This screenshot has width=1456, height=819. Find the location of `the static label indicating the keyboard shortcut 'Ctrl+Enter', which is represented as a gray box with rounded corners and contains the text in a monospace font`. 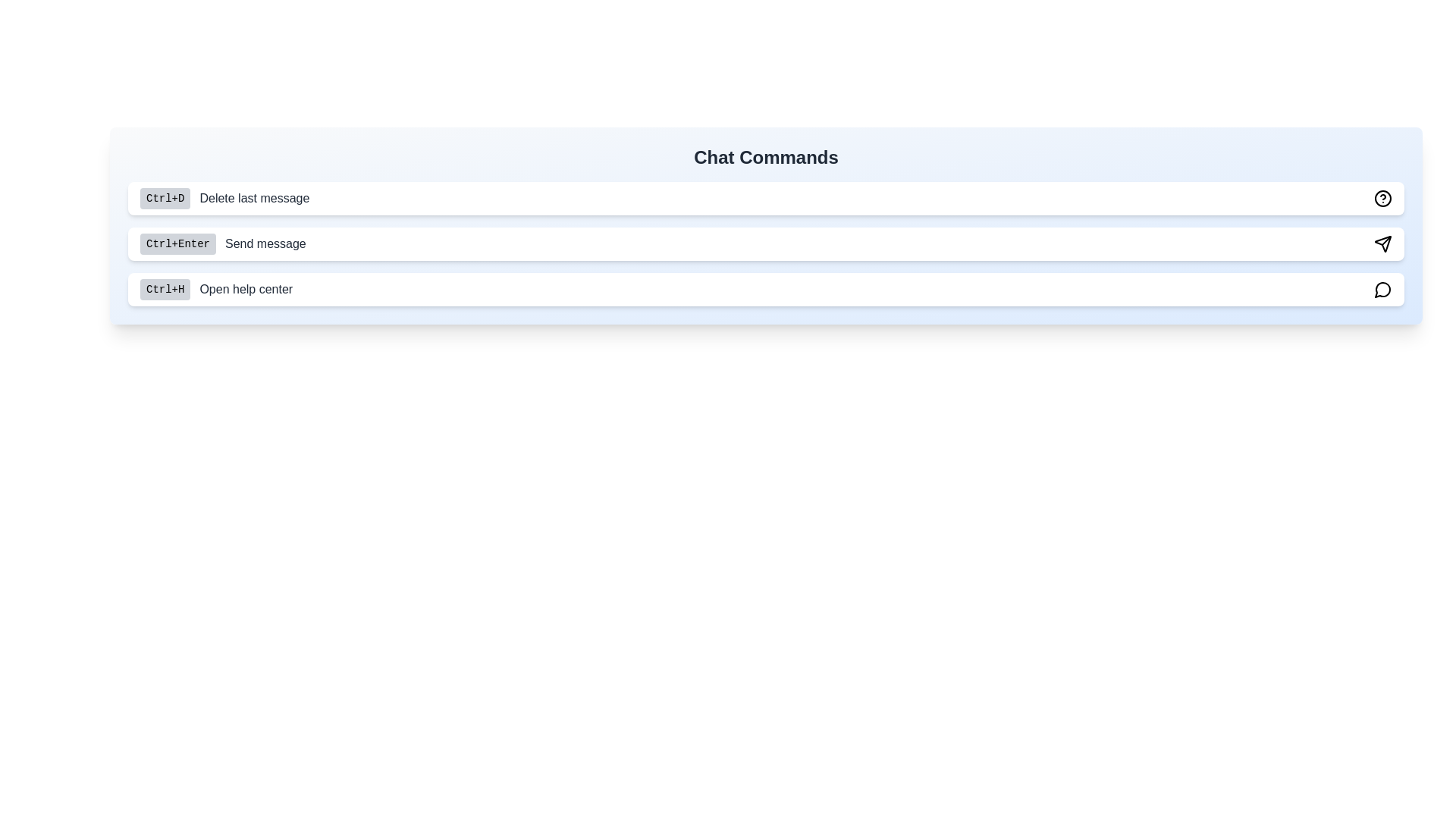

the static label indicating the keyboard shortcut 'Ctrl+Enter', which is represented as a gray box with rounded corners and contains the text in a monospace font is located at coordinates (178, 243).